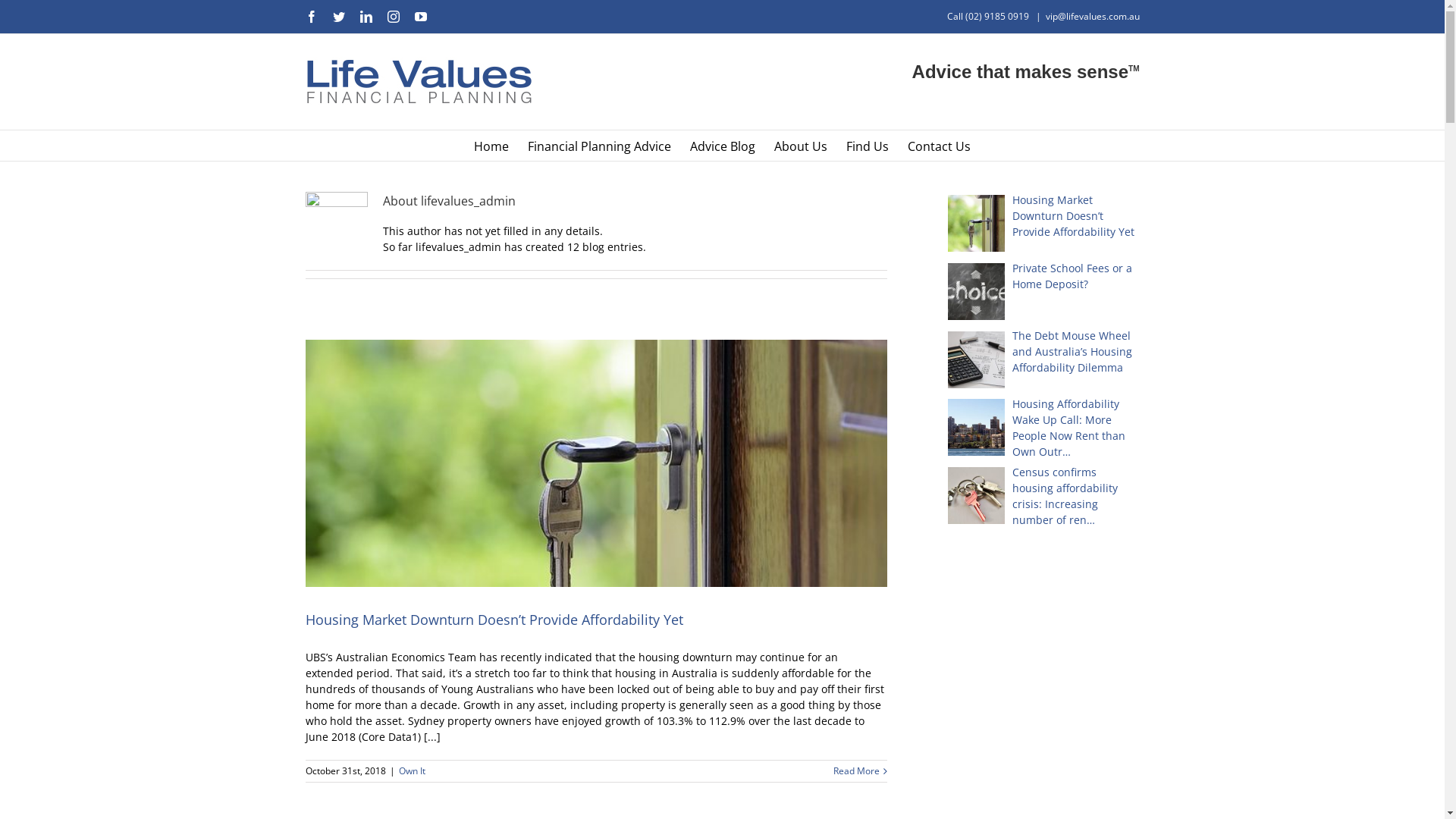 The height and width of the screenshot is (819, 1456). What do you see at coordinates (412, 770) in the screenshot?
I see `'Own It'` at bounding box center [412, 770].